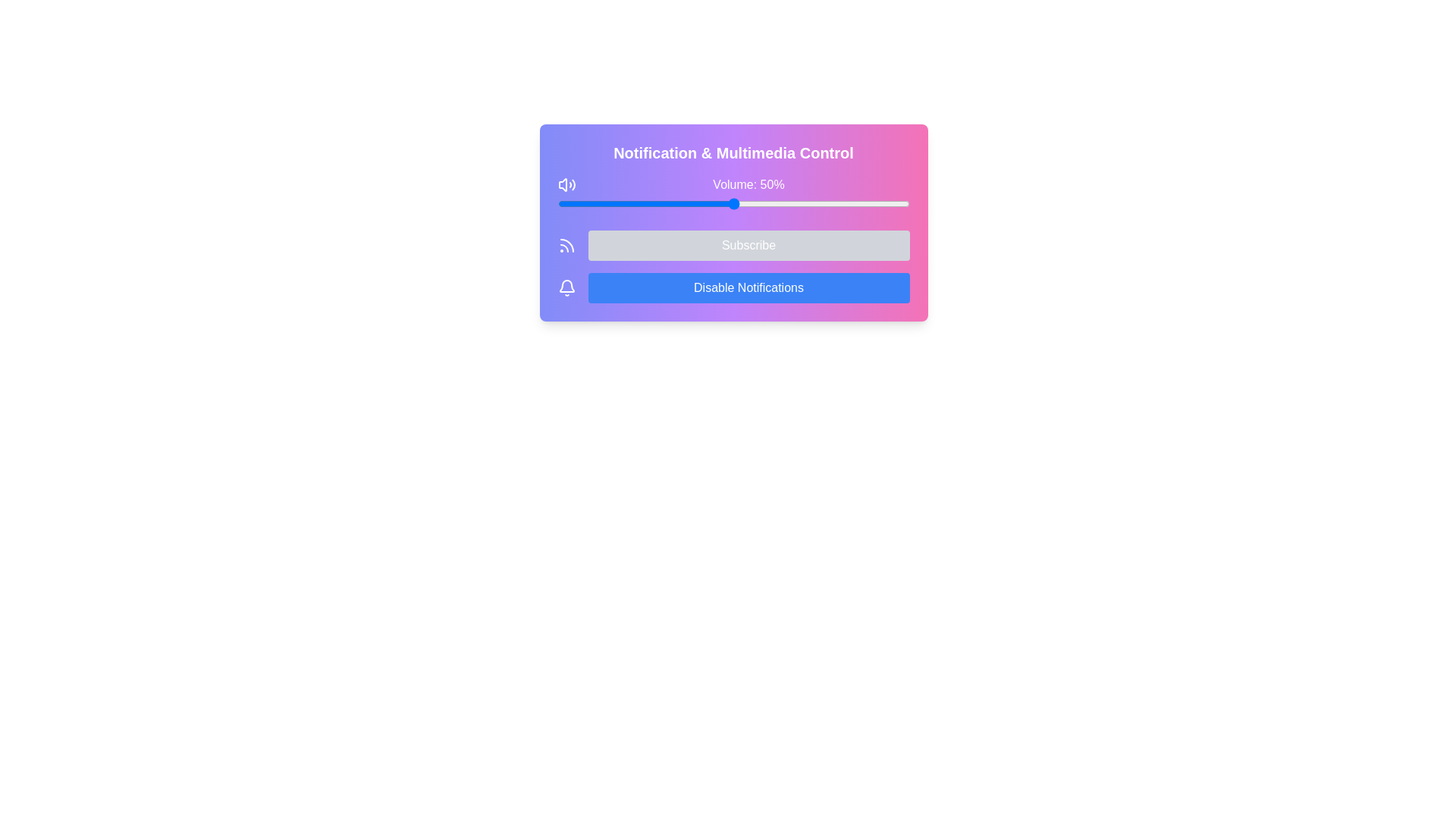  Describe the element at coordinates (733, 203) in the screenshot. I see `the sleek horizontal range slider bar located under the text 'Volume: 50%' to set the volume` at that location.